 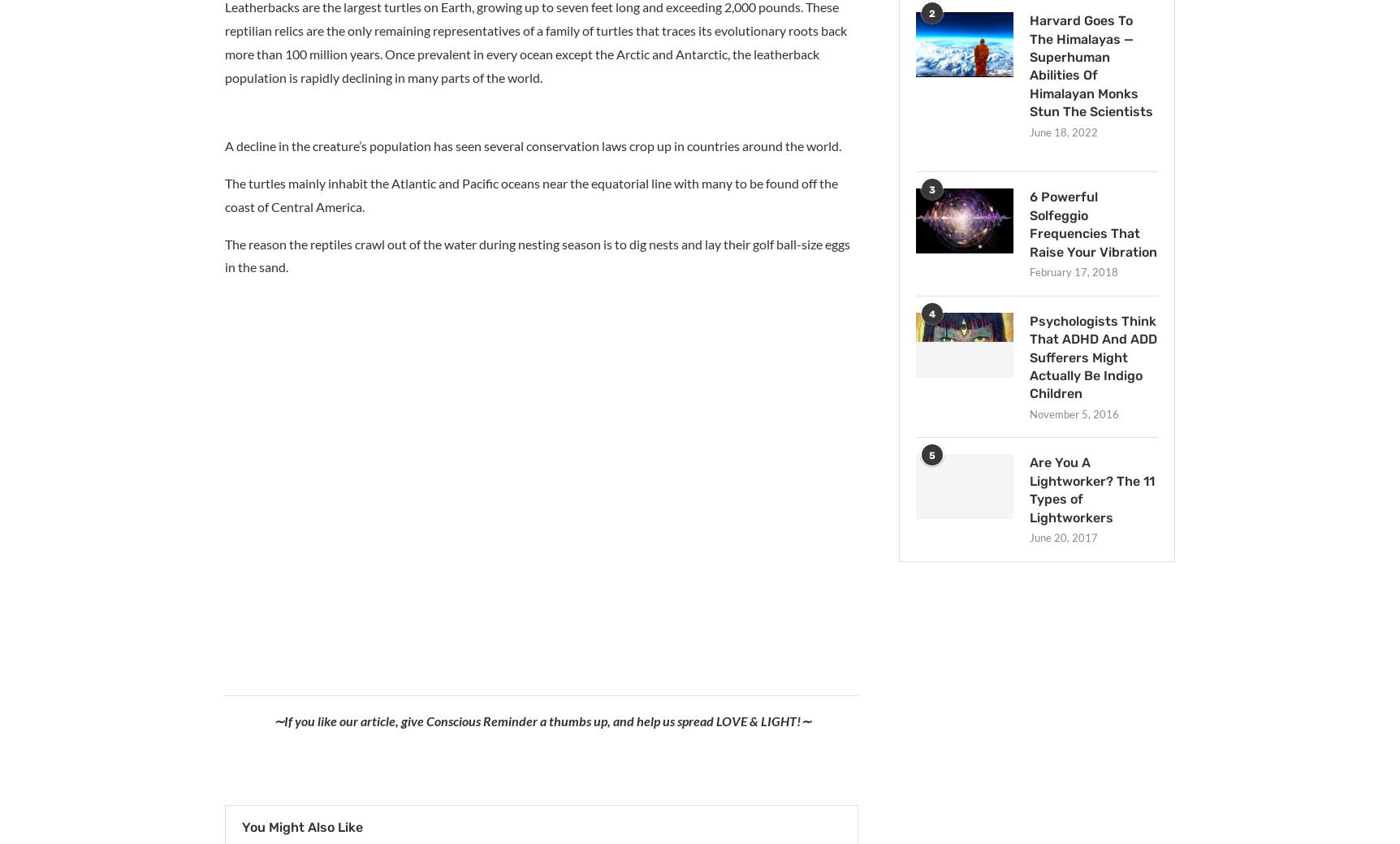 What do you see at coordinates (931, 312) in the screenshot?
I see `'4'` at bounding box center [931, 312].